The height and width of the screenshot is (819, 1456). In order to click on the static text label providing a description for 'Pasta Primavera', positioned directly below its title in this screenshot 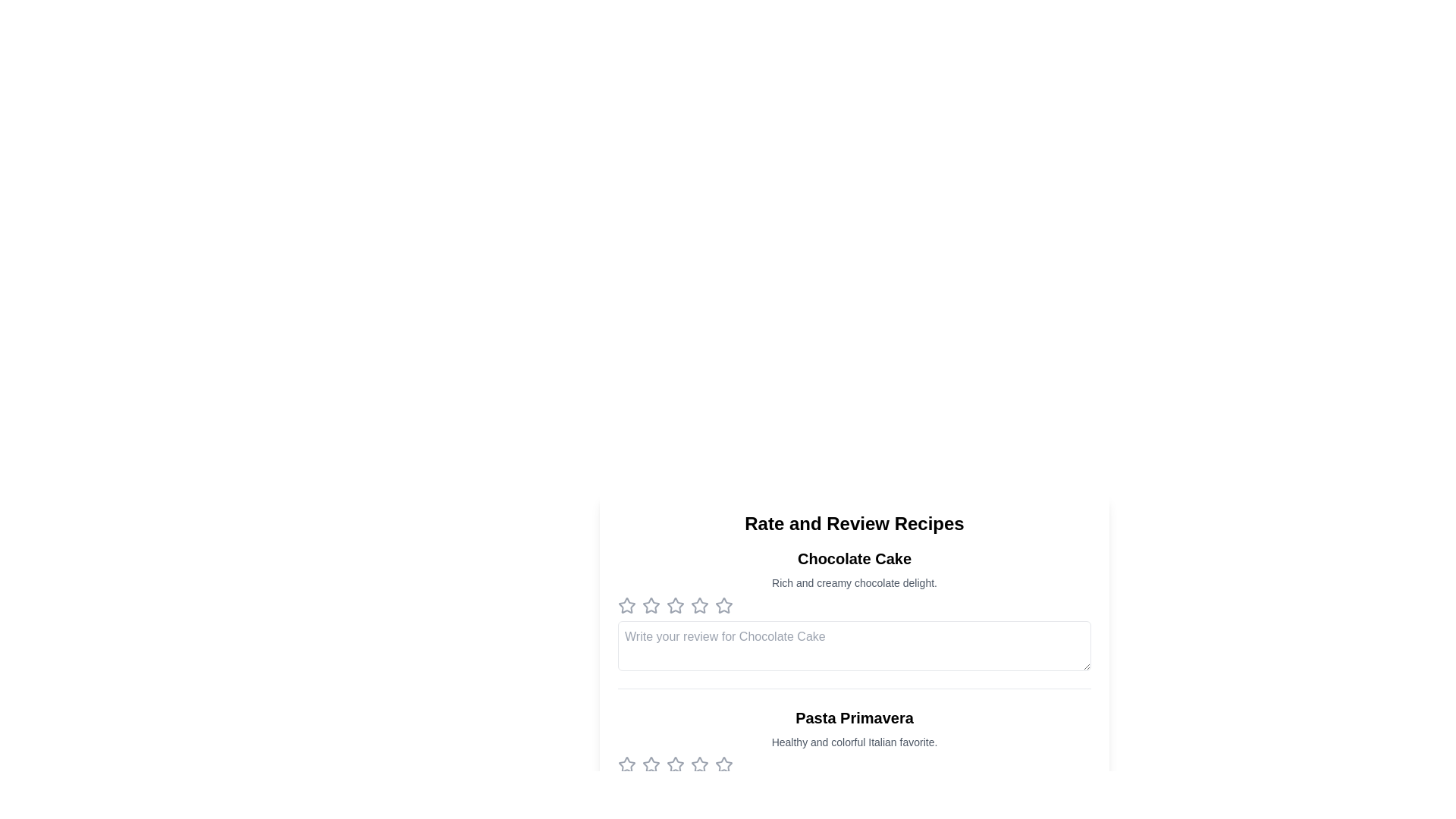, I will do `click(855, 742)`.